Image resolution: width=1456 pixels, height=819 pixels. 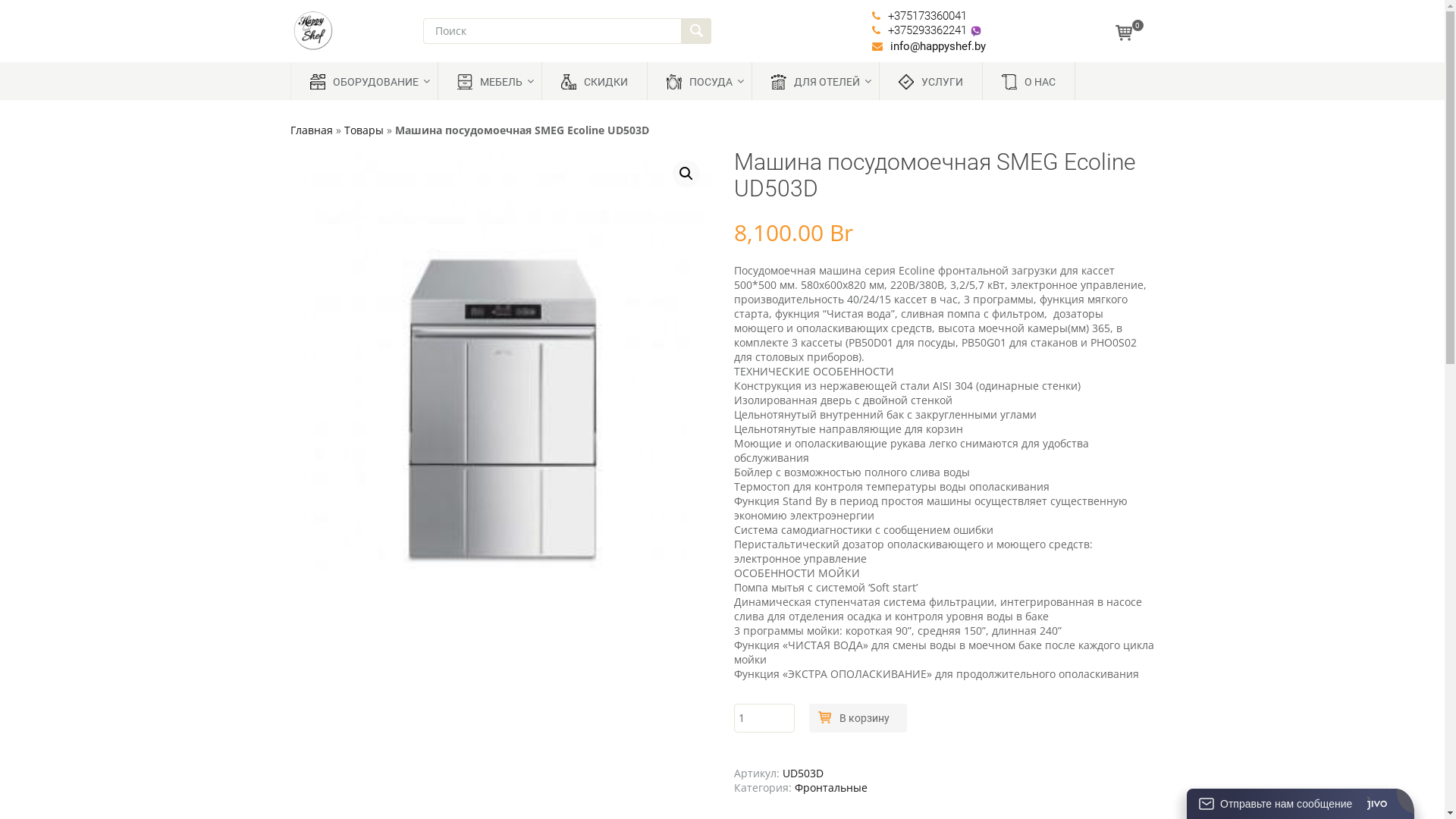 I want to click on '+375293362241', so click(x=888, y=30).